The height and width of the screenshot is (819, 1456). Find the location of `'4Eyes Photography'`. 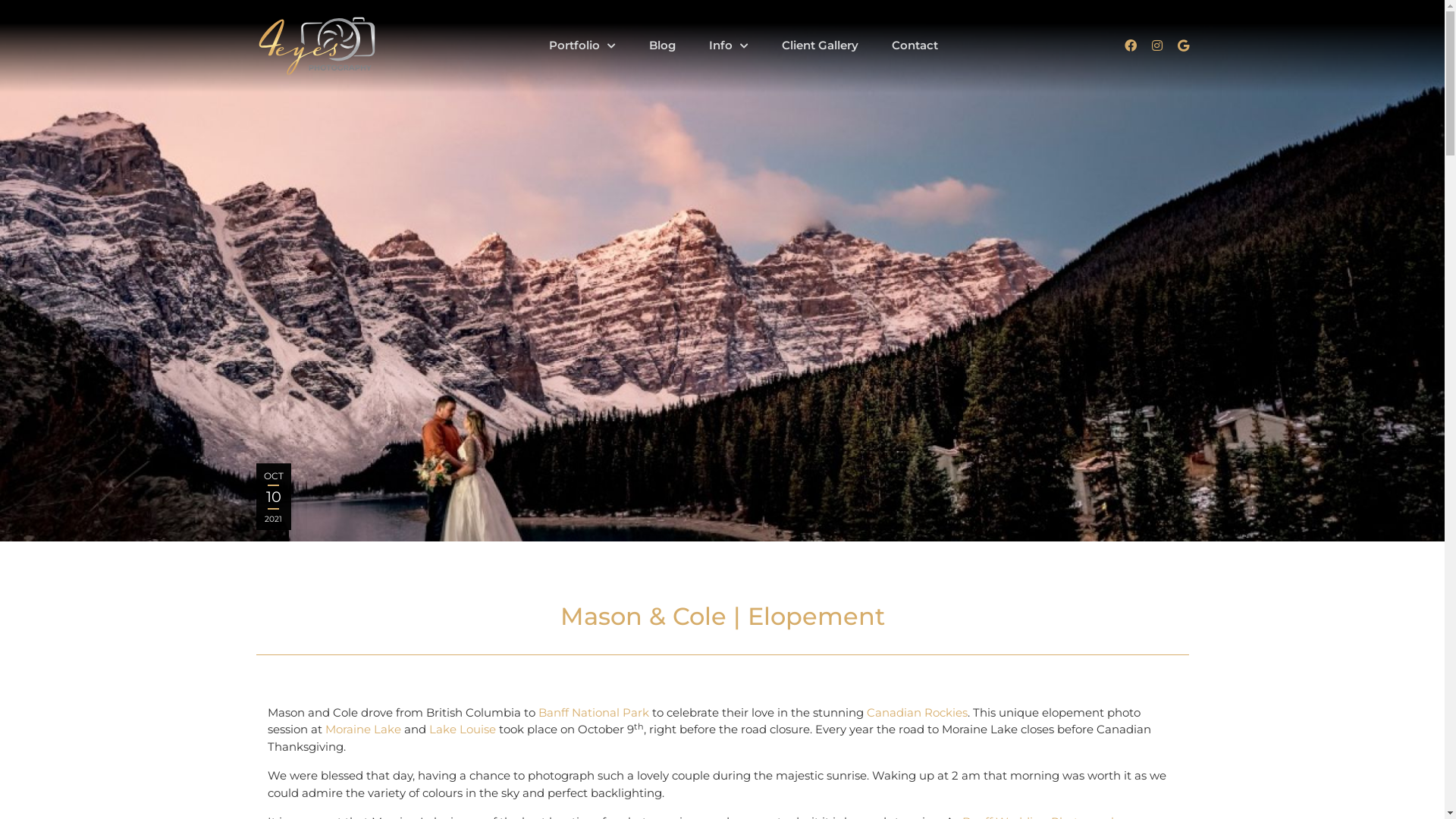

'4Eyes Photography' is located at coordinates (256, 45).